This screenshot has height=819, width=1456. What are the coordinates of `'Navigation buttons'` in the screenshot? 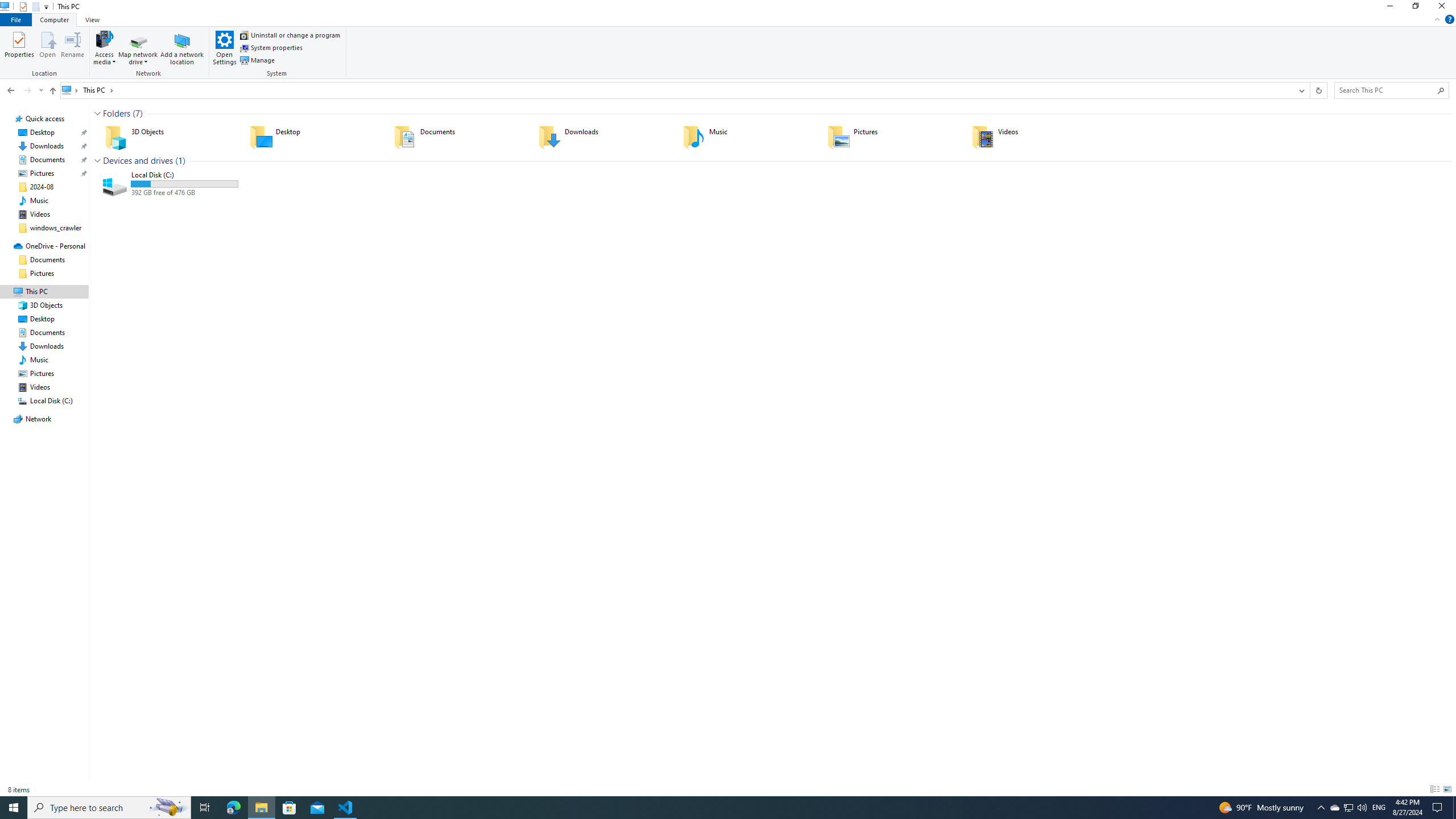 It's located at (24, 90).